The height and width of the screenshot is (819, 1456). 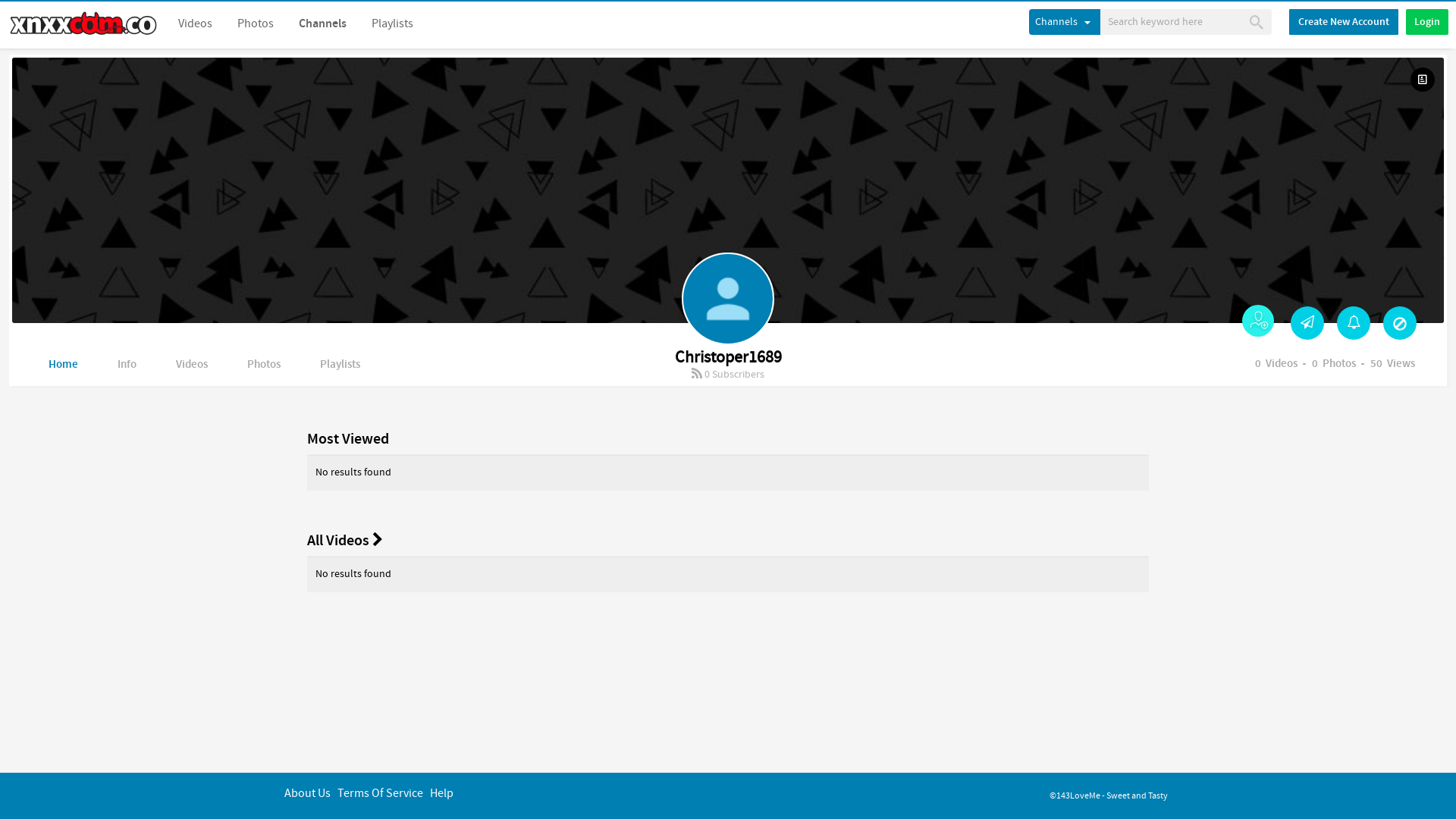 What do you see at coordinates (127, 365) in the screenshot?
I see `'Info'` at bounding box center [127, 365].